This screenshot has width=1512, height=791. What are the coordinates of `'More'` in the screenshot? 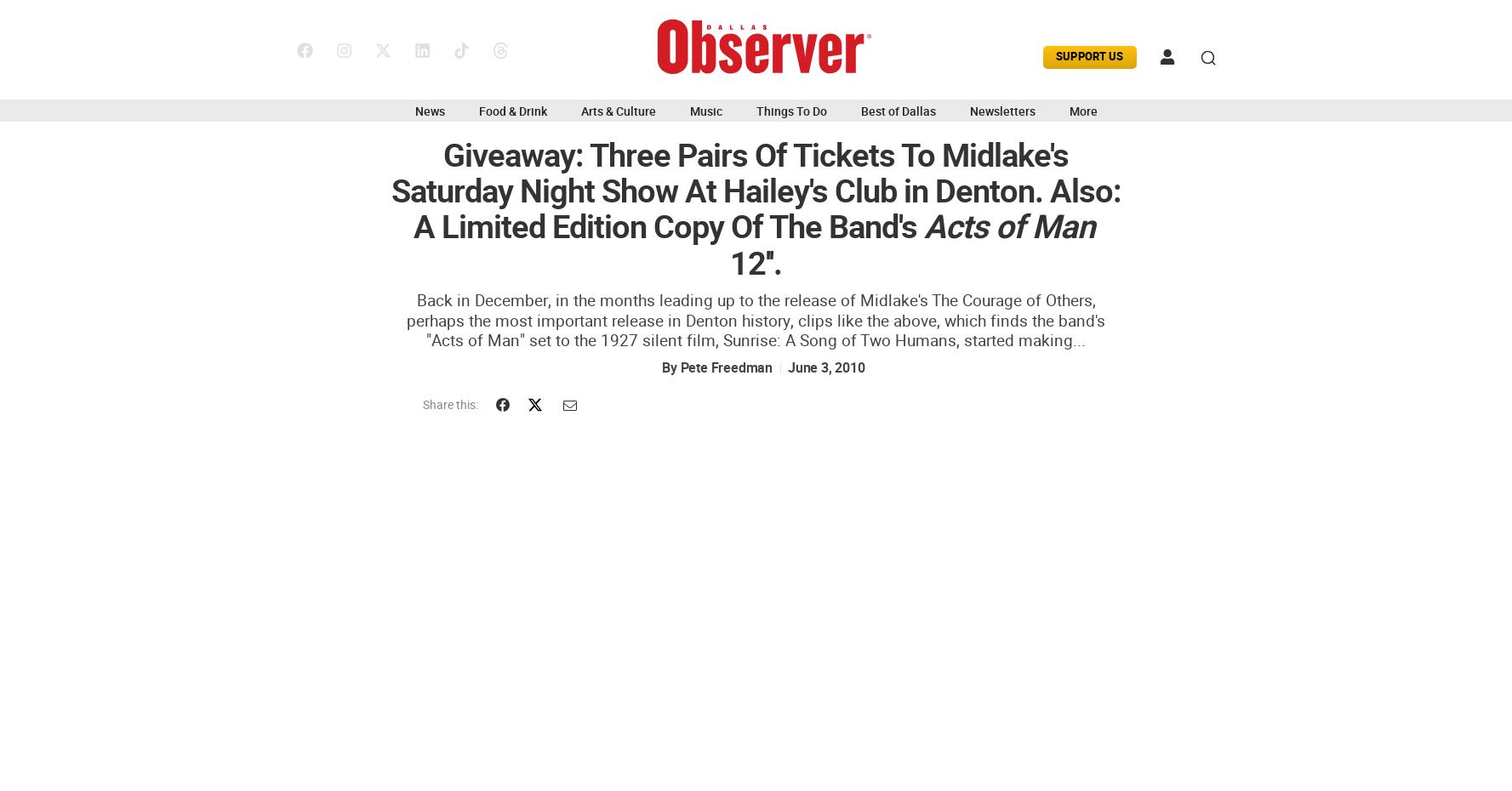 It's located at (1067, 111).